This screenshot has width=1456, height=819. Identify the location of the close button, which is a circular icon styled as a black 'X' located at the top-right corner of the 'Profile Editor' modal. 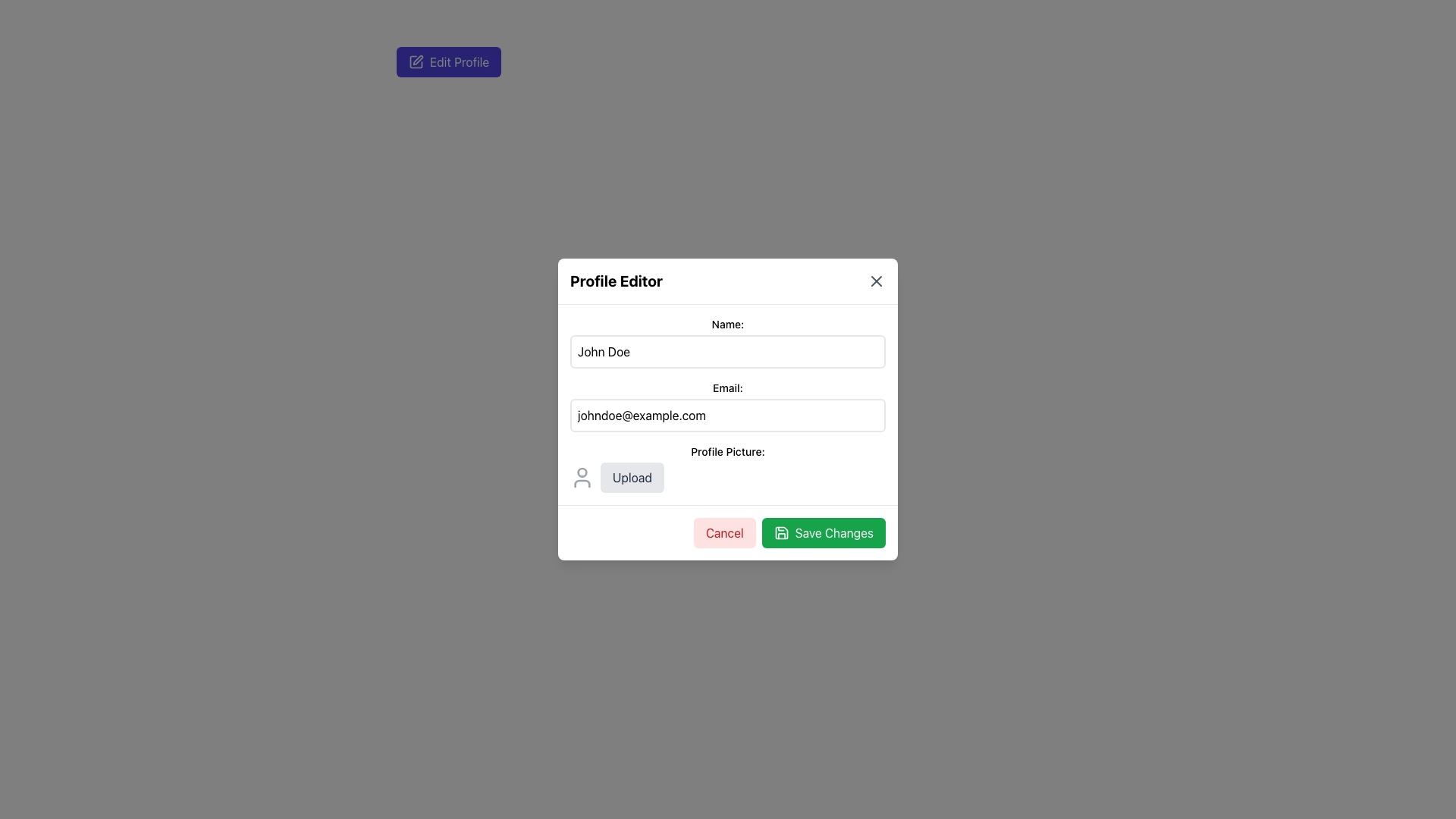
(877, 281).